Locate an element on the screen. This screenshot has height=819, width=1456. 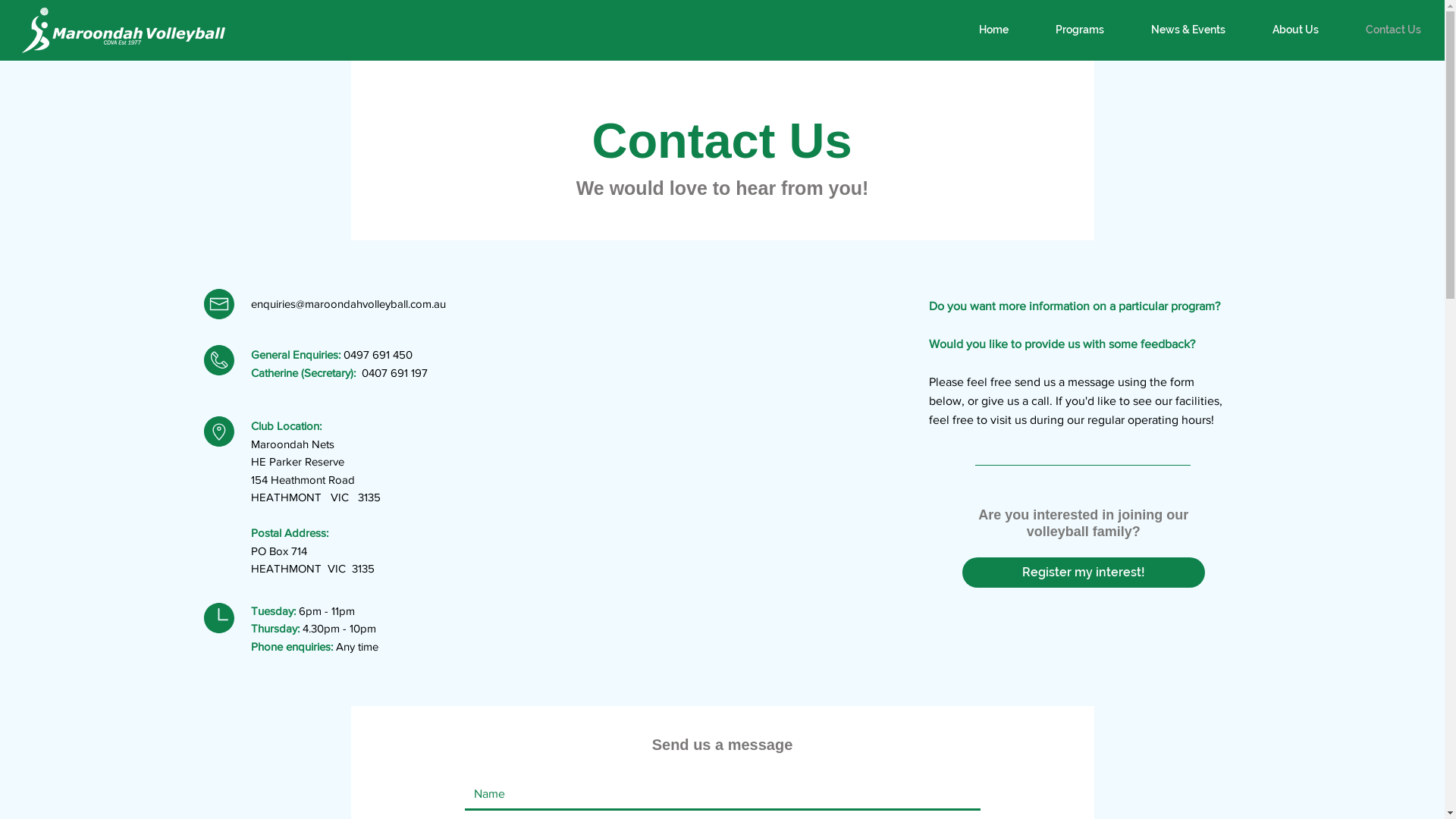
'Register my interest!' is located at coordinates (1083, 573).